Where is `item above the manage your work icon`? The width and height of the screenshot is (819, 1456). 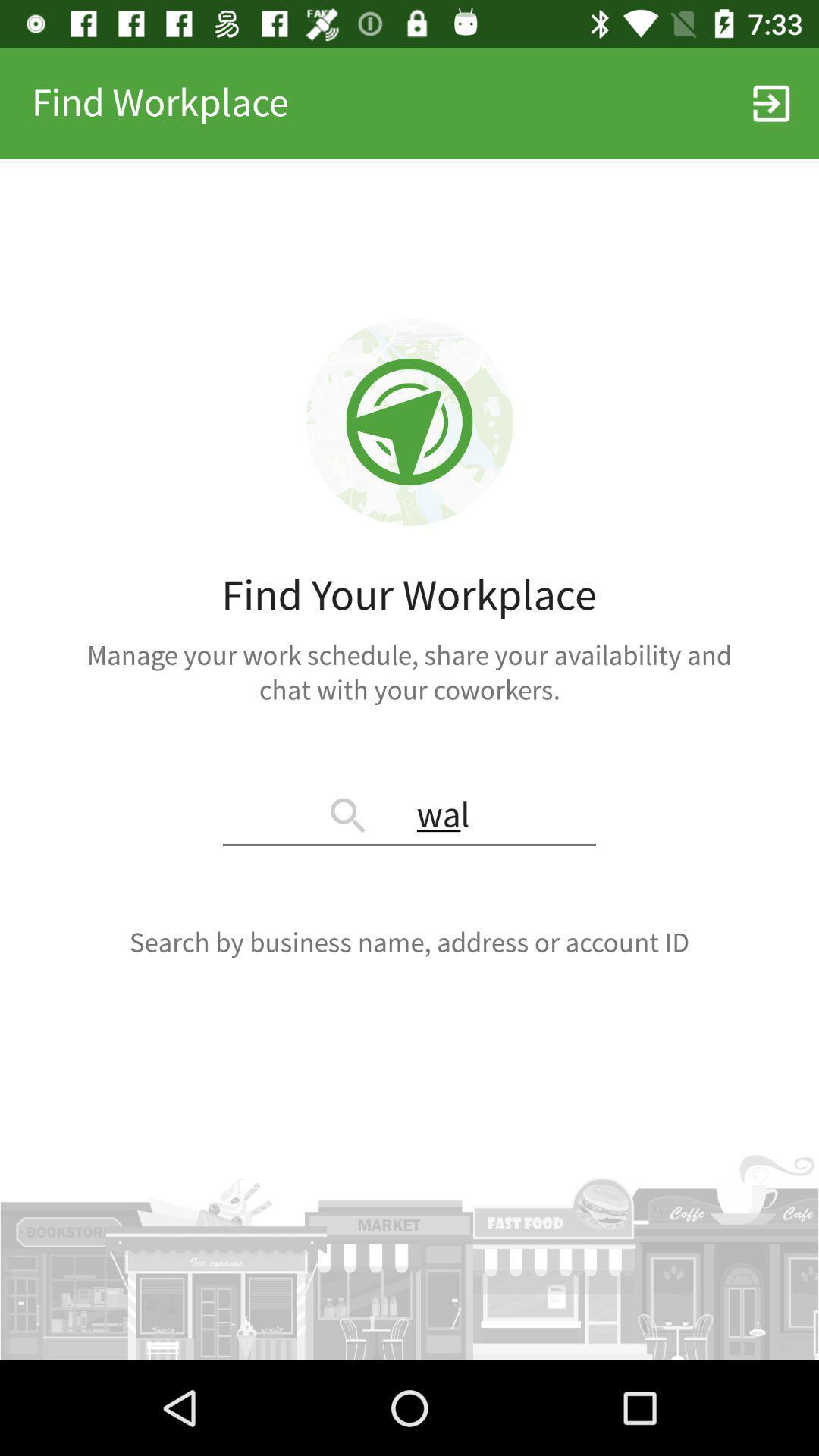
item above the manage your work icon is located at coordinates (771, 102).